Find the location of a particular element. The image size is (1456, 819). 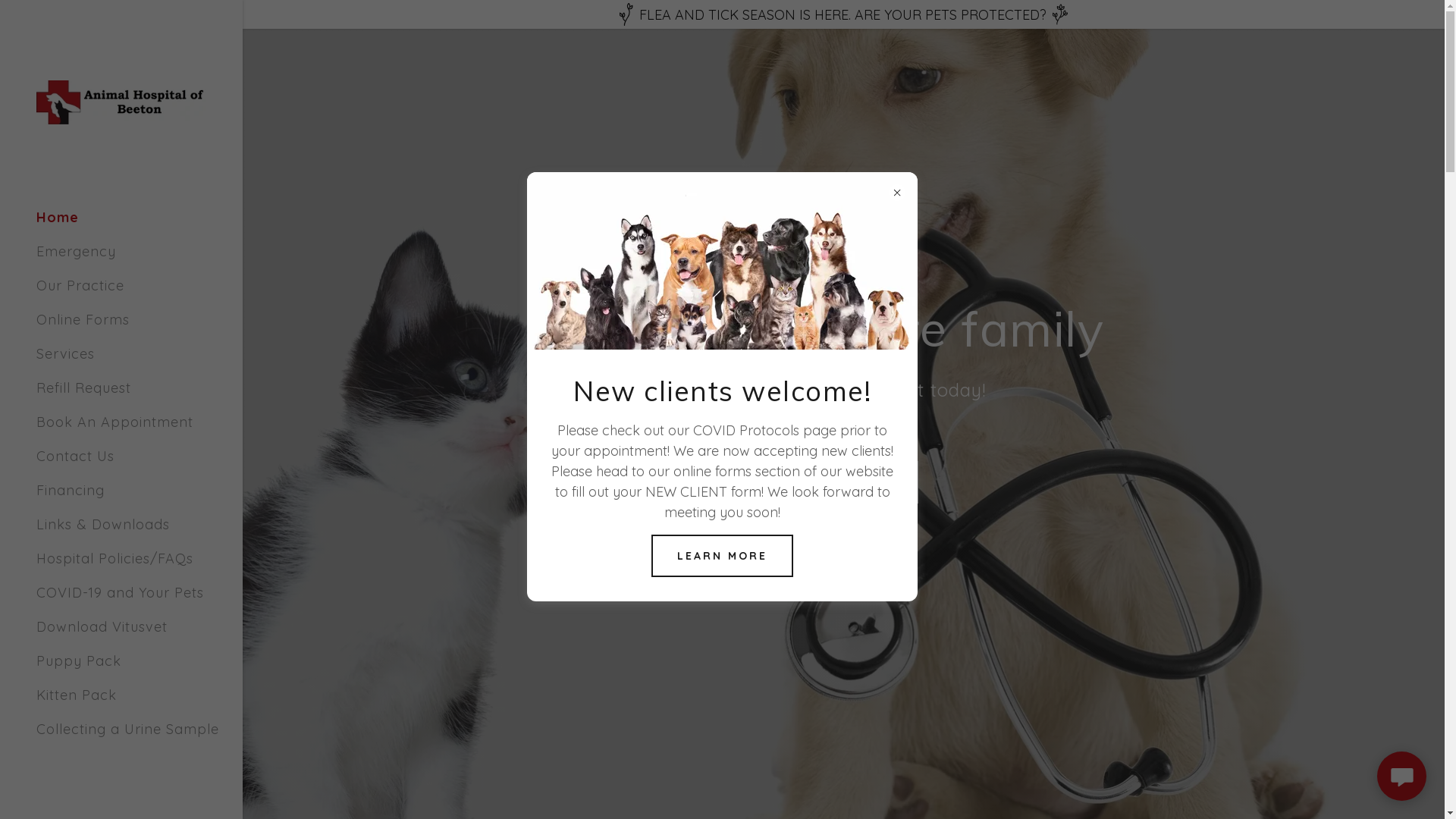

'Our Practice' is located at coordinates (36, 285).